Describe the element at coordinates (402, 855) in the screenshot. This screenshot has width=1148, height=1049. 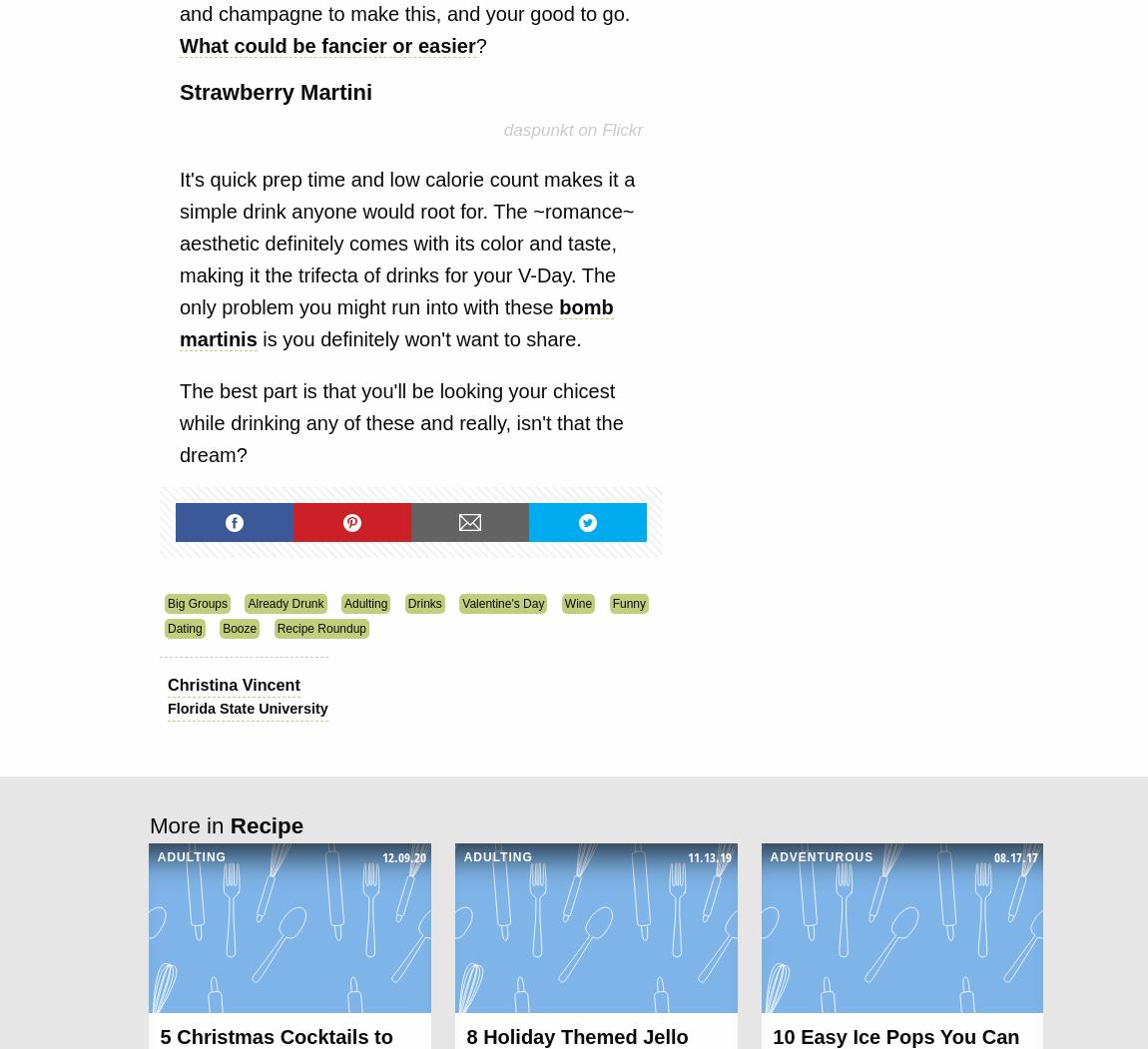
I see `'12.09.20'` at that location.